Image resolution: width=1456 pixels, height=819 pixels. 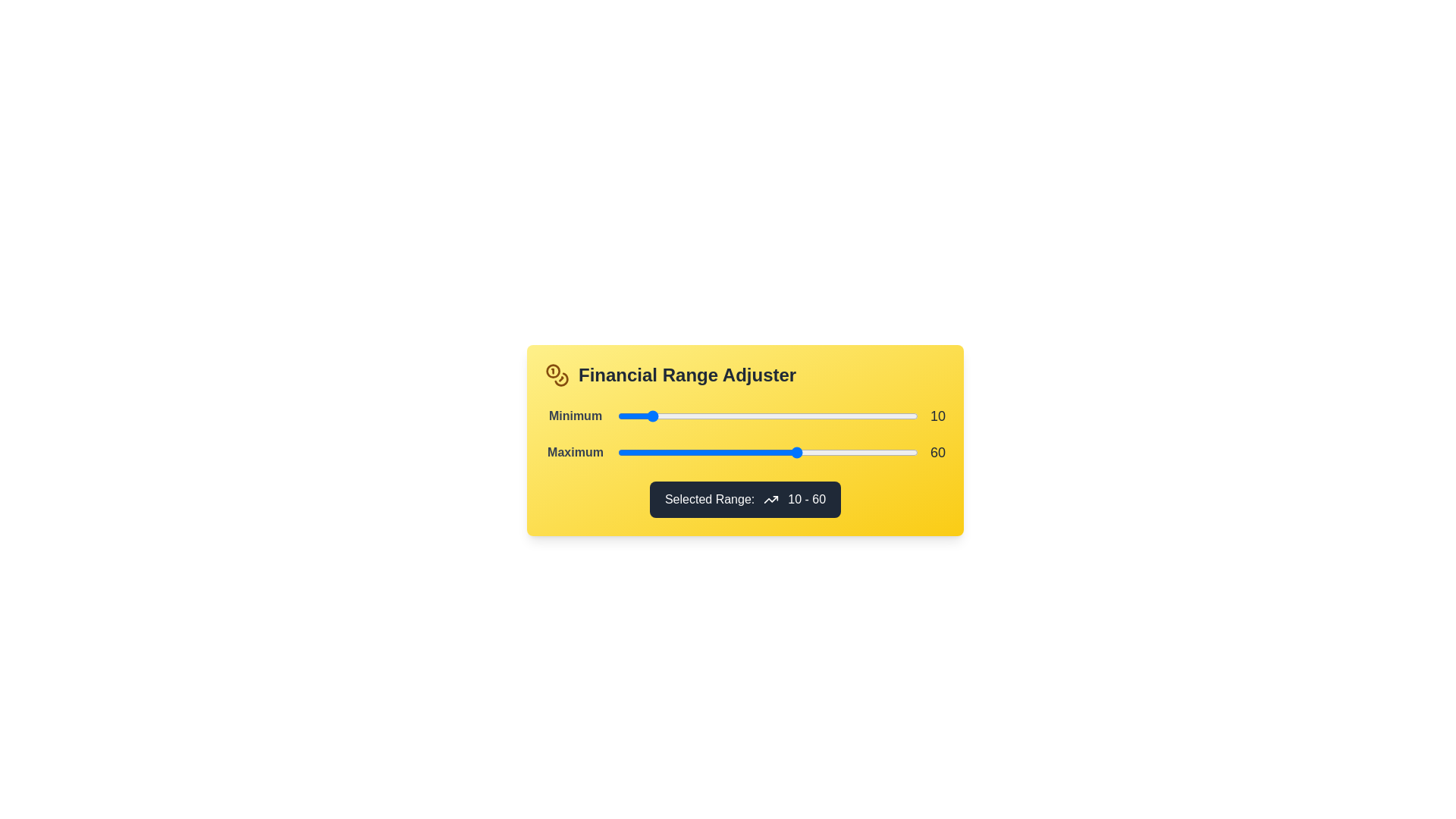 What do you see at coordinates (755, 416) in the screenshot?
I see `the 'Minimum' slider to 46 within its range` at bounding box center [755, 416].